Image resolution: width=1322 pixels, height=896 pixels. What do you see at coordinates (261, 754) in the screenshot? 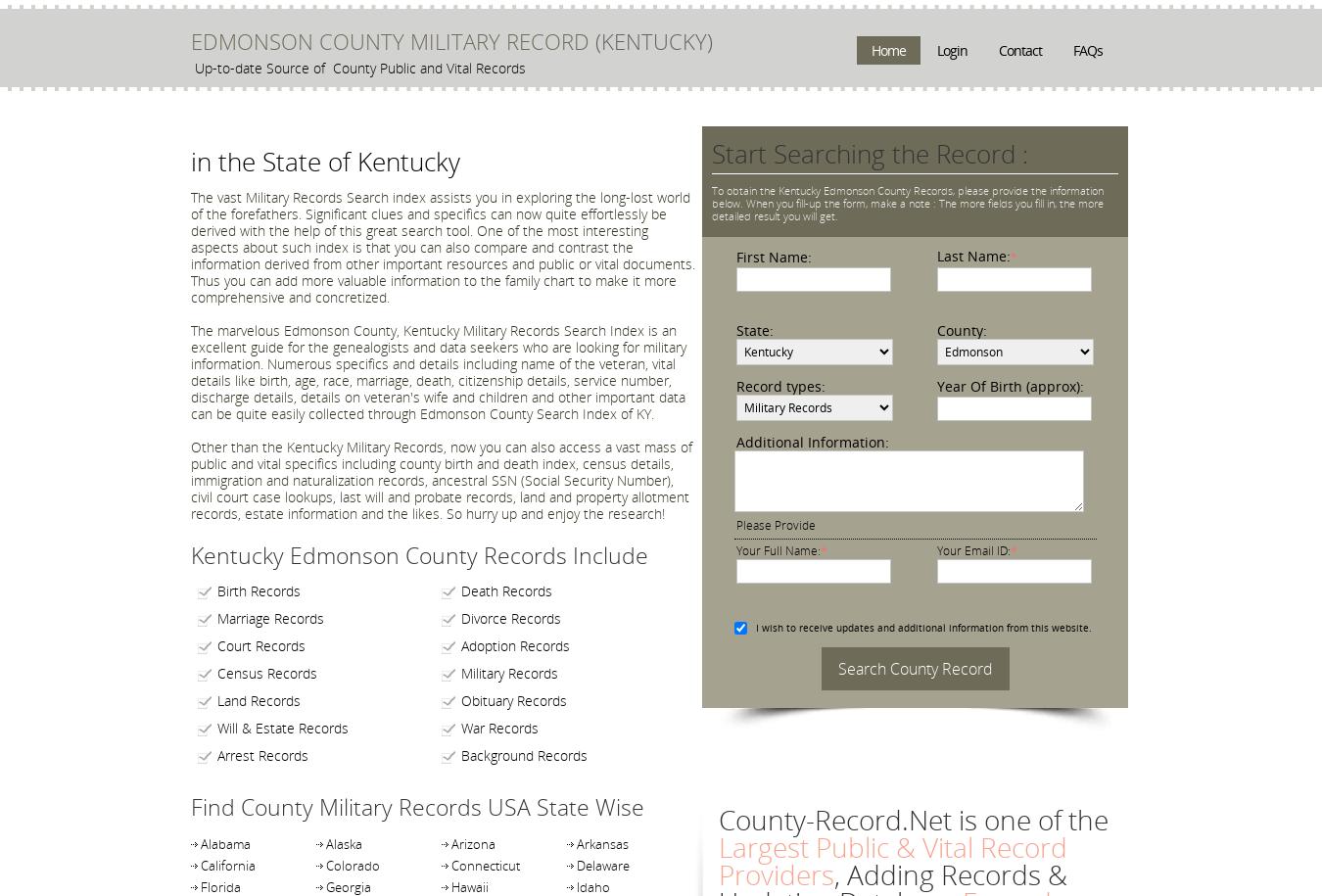
I see `'Arrest Records'` at bounding box center [261, 754].